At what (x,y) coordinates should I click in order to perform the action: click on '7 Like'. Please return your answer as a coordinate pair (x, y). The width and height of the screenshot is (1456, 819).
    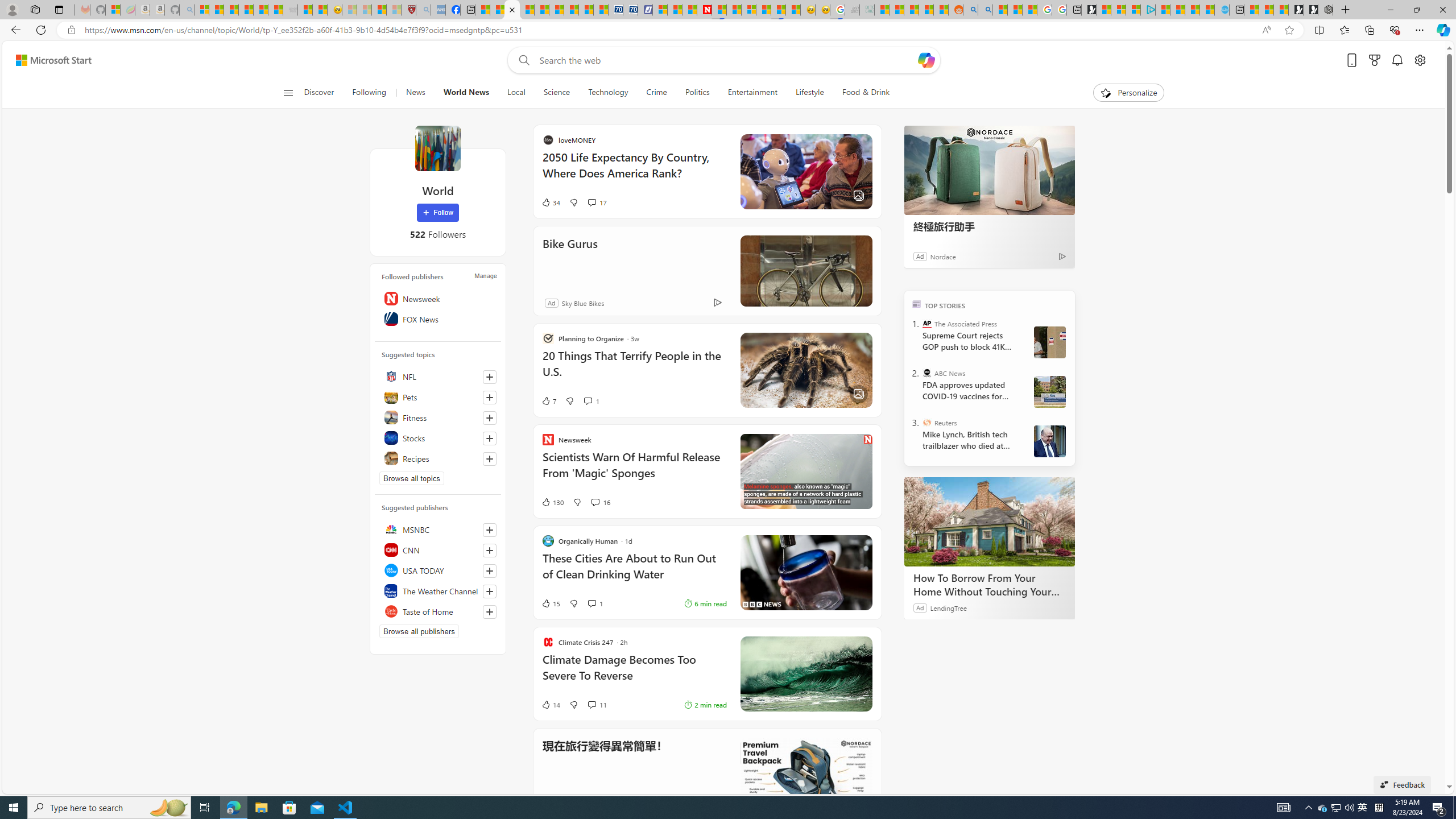
    Looking at the image, I should click on (547, 400).